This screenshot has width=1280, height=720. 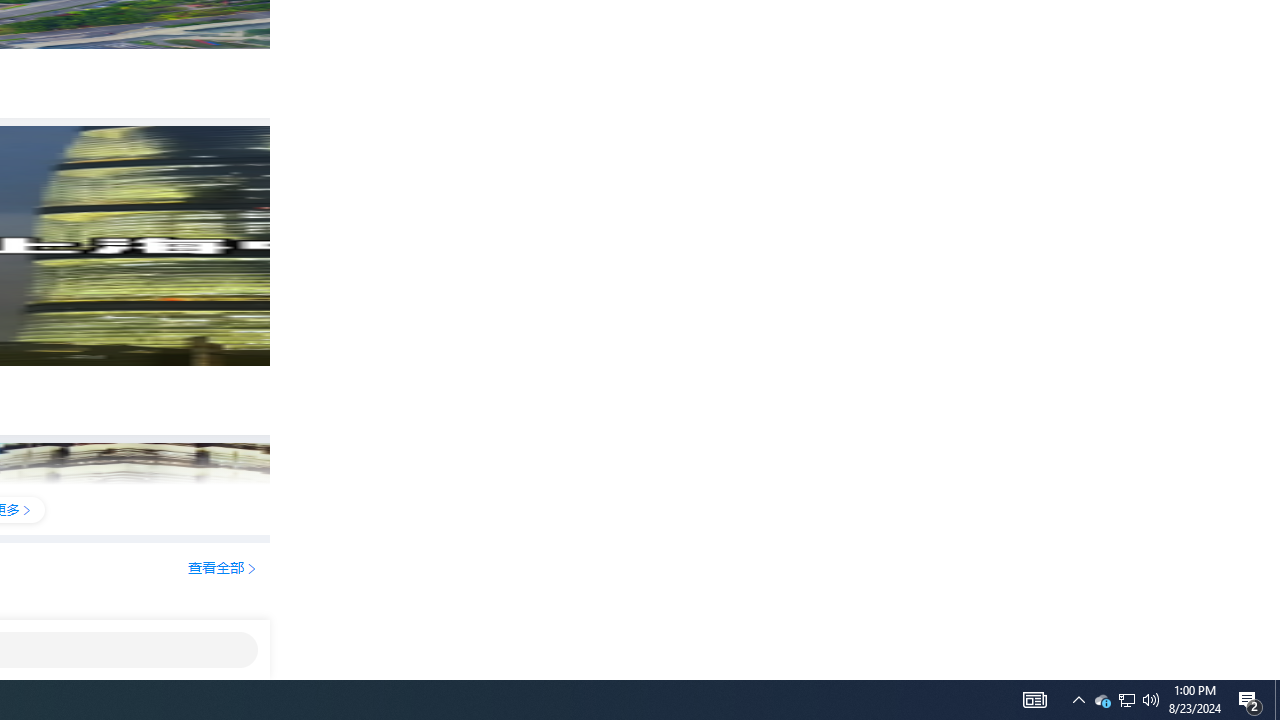 What do you see at coordinates (1151, 698) in the screenshot?
I see `'Q2790: 100%'` at bounding box center [1151, 698].